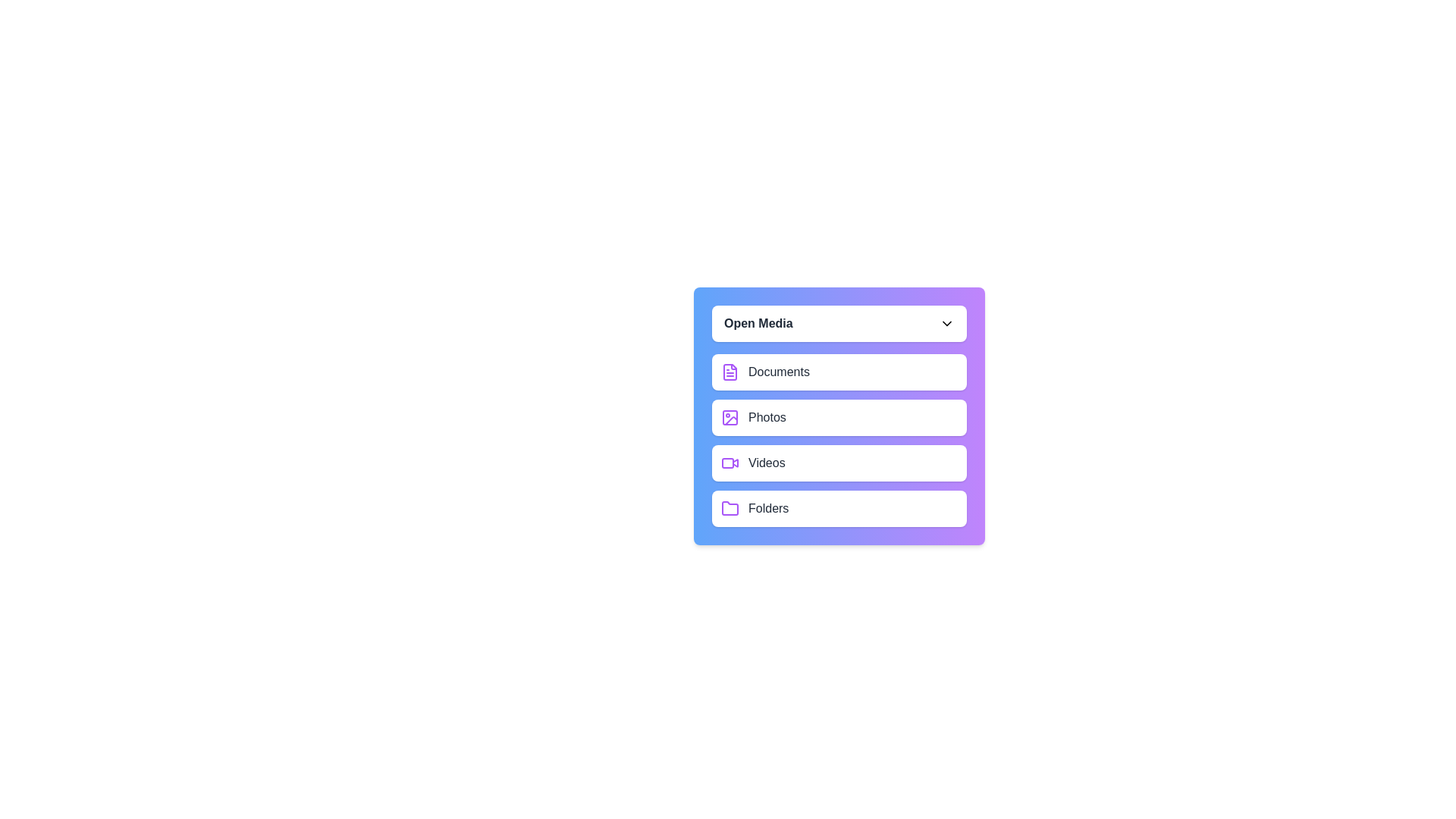 This screenshot has width=1456, height=819. What do you see at coordinates (730, 372) in the screenshot?
I see `the purple document icon next to the 'Documents' label` at bounding box center [730, 372].